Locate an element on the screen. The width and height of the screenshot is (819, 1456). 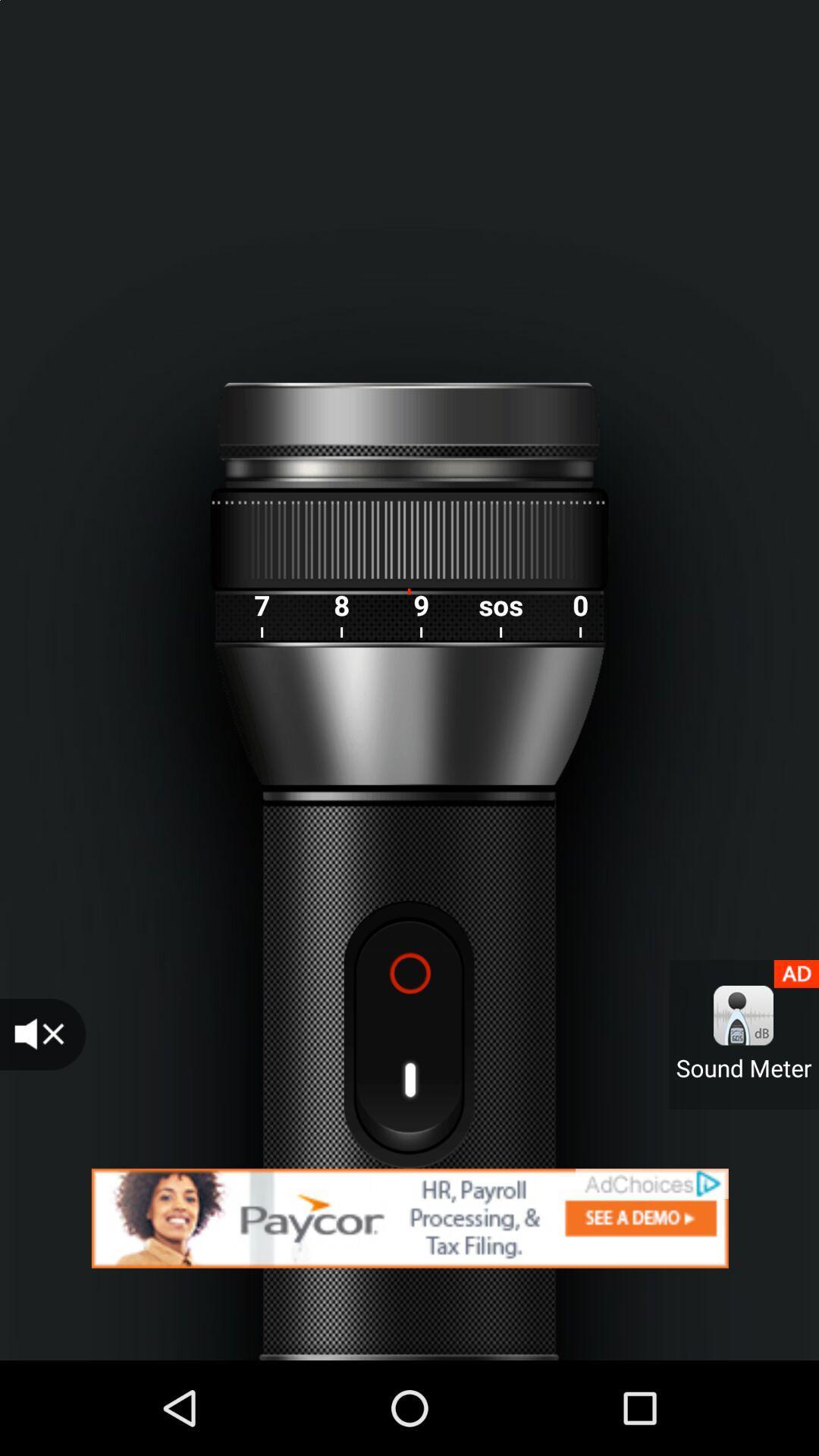
off on is located at coordinates (408, 1034).